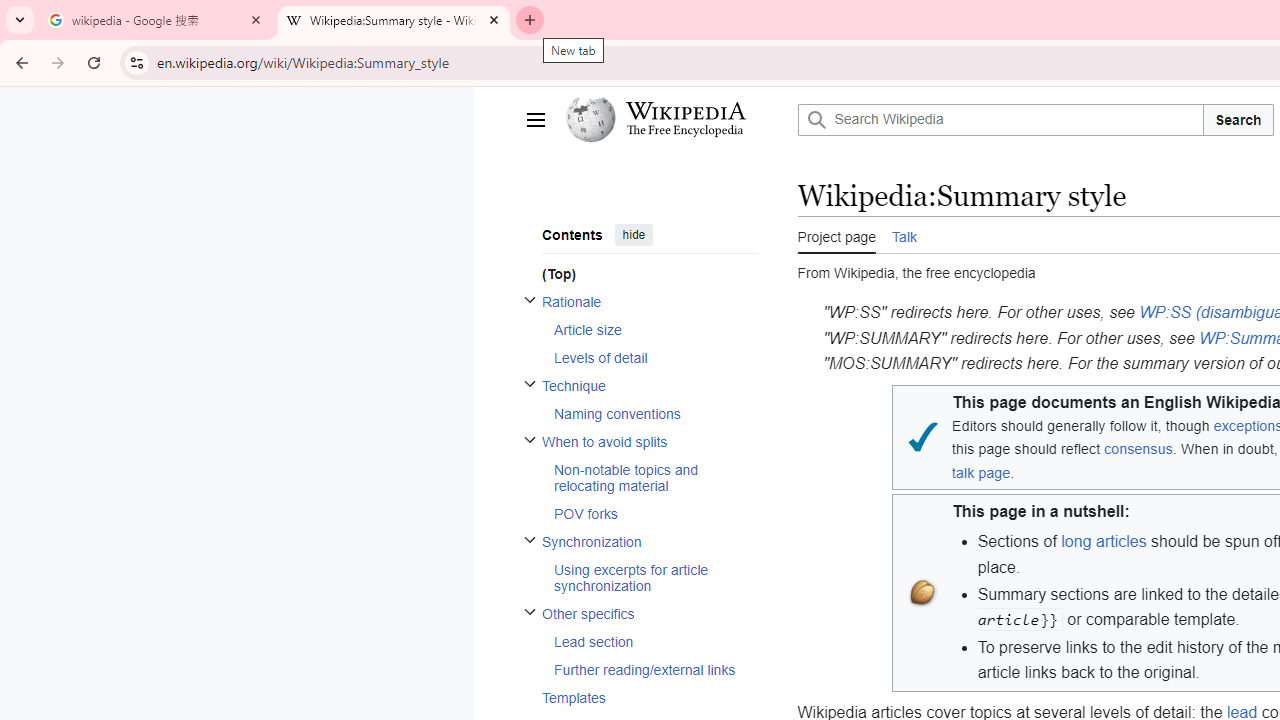 The image size is (1280, 720). What do you see at coordinates (529, 610) in the screenshot?
I see `'Toggle Other specifics subsection'` at bounding box center [529, 610].